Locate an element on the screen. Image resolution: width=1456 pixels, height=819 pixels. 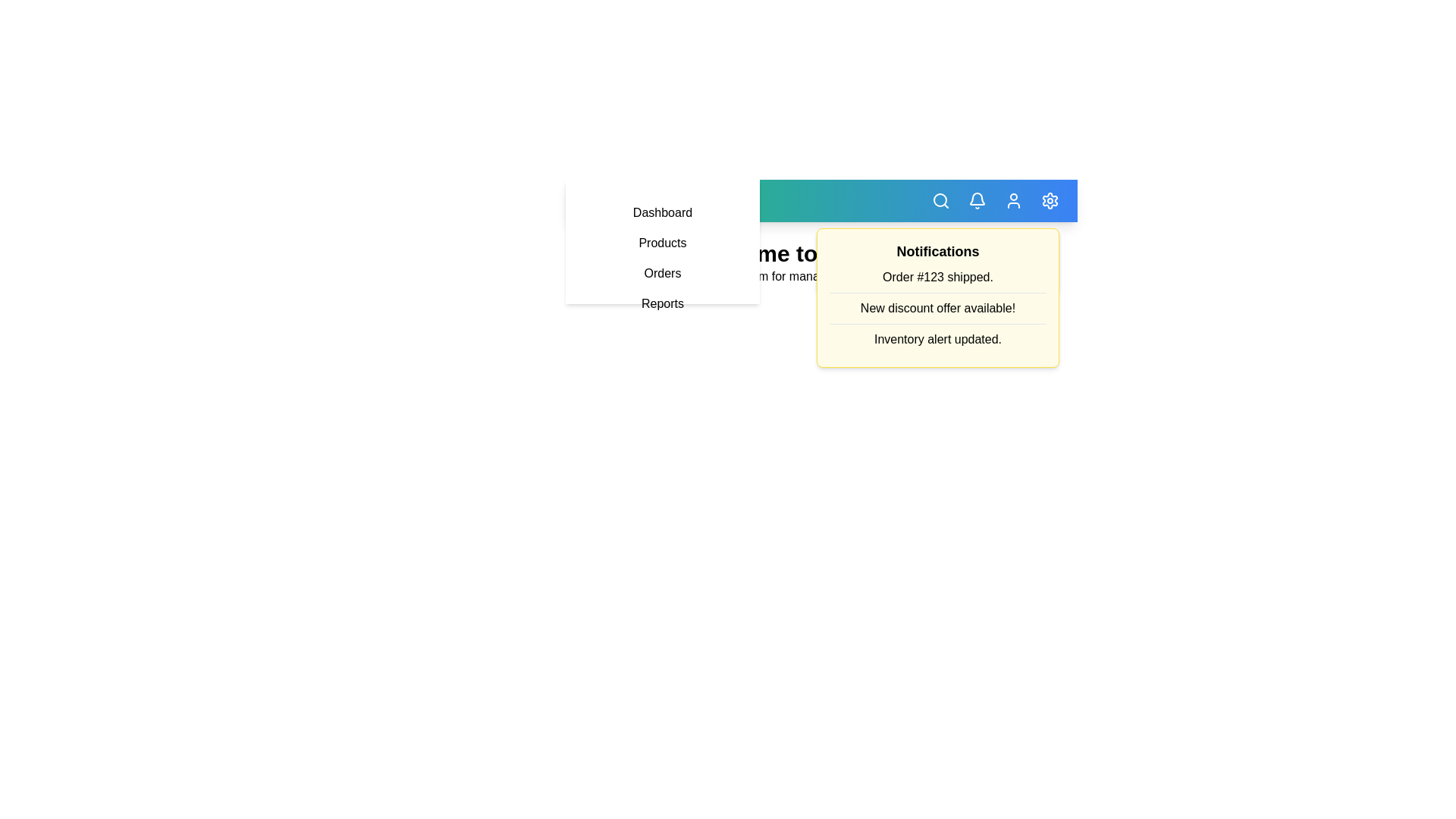
the second menu item labeled 'Products' located in the top-right section of the interface is located at coordinates (662, 242).